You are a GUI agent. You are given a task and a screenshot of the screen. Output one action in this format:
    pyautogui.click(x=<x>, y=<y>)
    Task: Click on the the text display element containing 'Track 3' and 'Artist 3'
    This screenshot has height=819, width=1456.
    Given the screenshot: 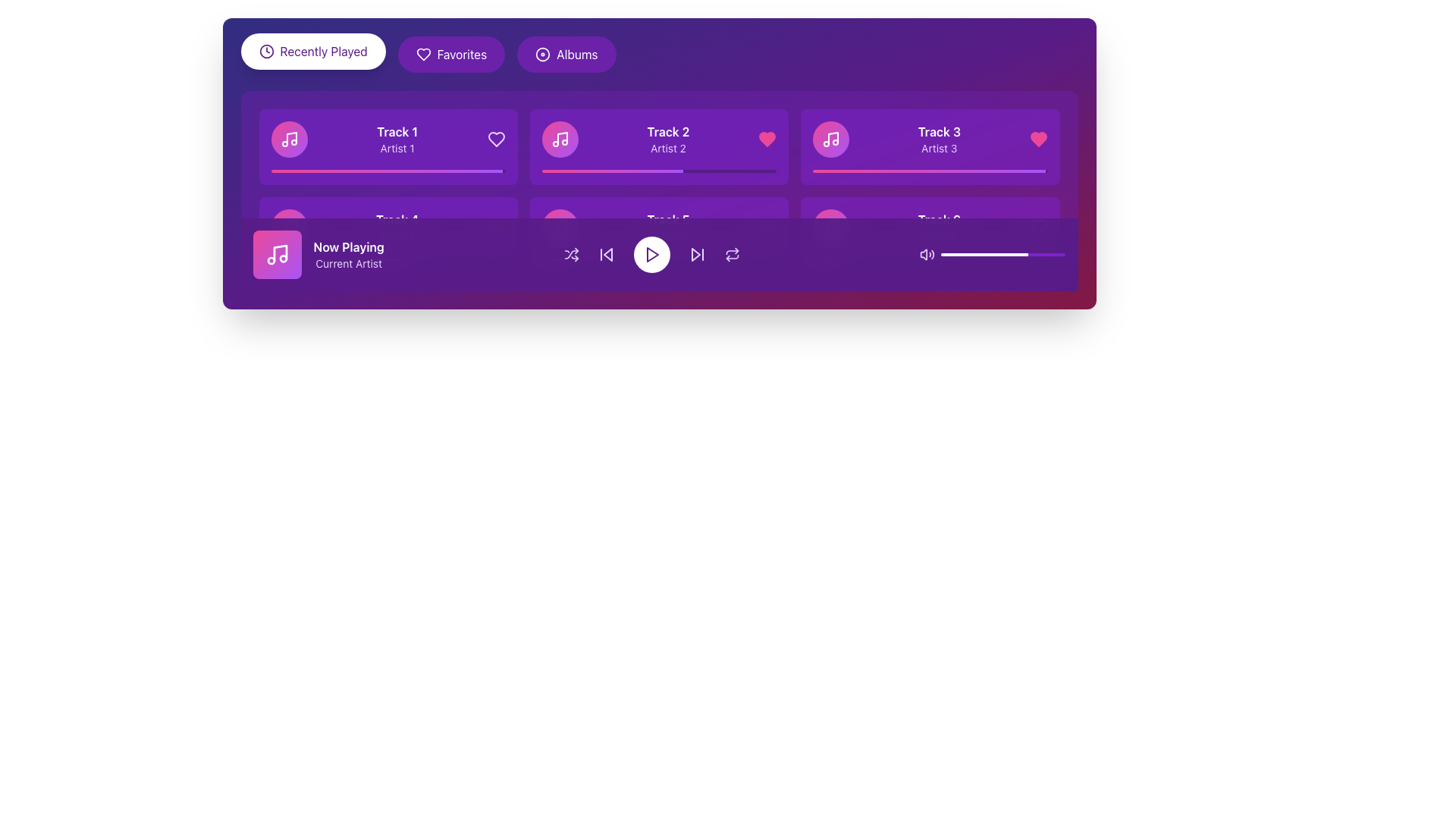 What is the action you would take?
    pyautogui.click(x=938, y=140)
    